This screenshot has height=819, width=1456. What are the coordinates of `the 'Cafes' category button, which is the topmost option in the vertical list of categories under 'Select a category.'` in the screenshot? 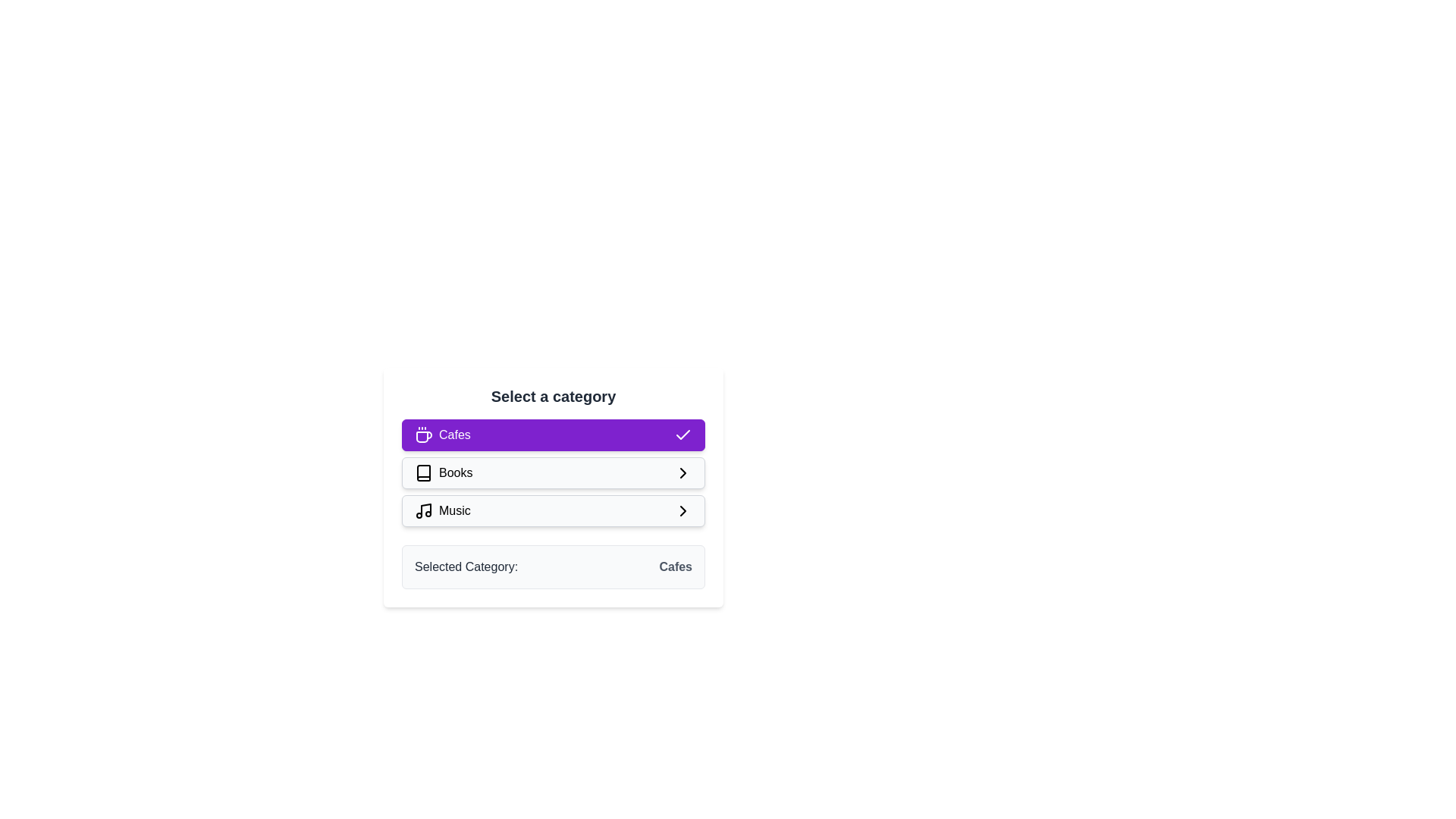 It's located at (552, 435).